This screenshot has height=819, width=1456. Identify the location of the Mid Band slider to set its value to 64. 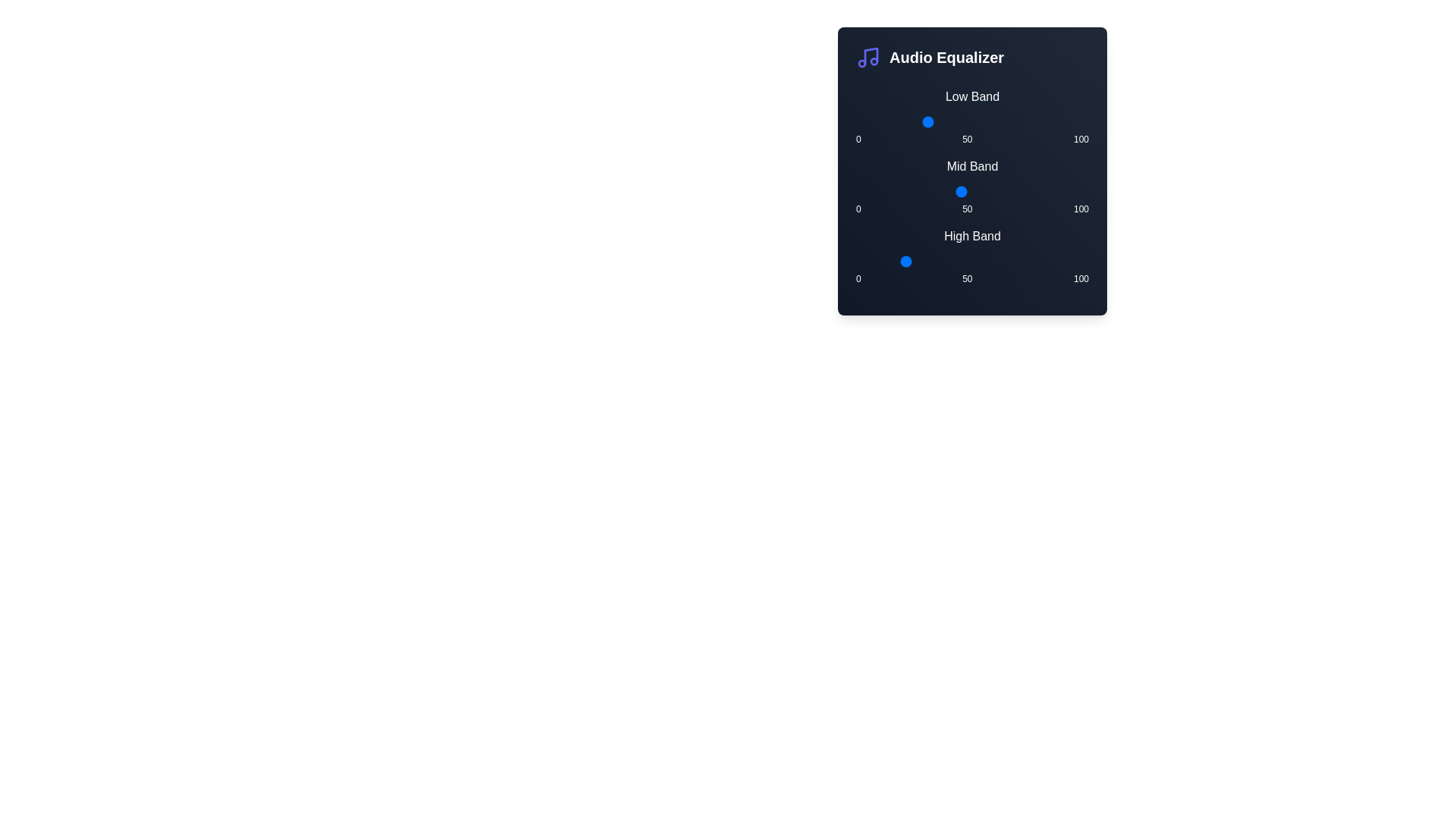
(1005, 191).